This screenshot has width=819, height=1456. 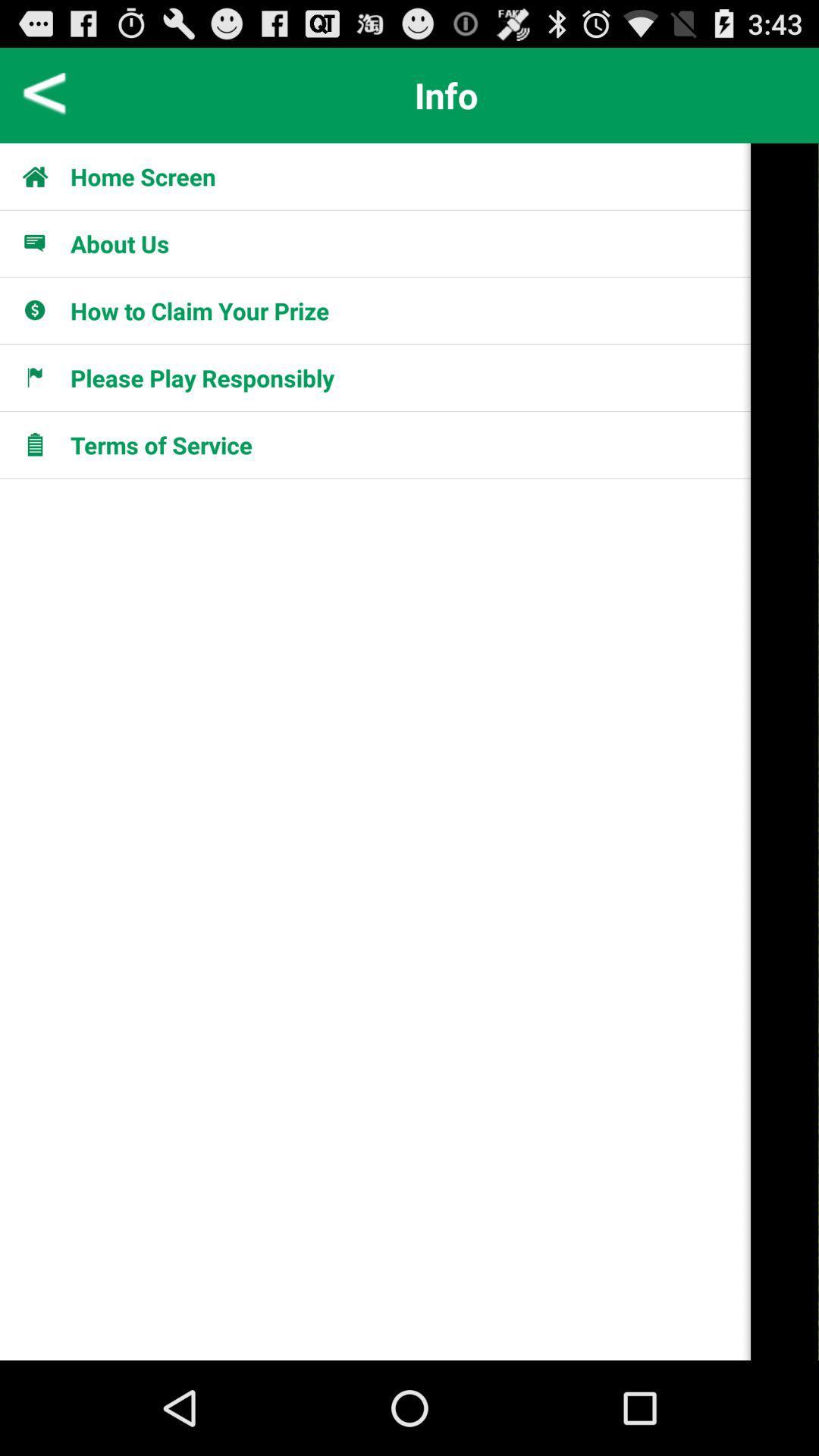 I want to click on the icon on the right, so click(x=784, y=752).